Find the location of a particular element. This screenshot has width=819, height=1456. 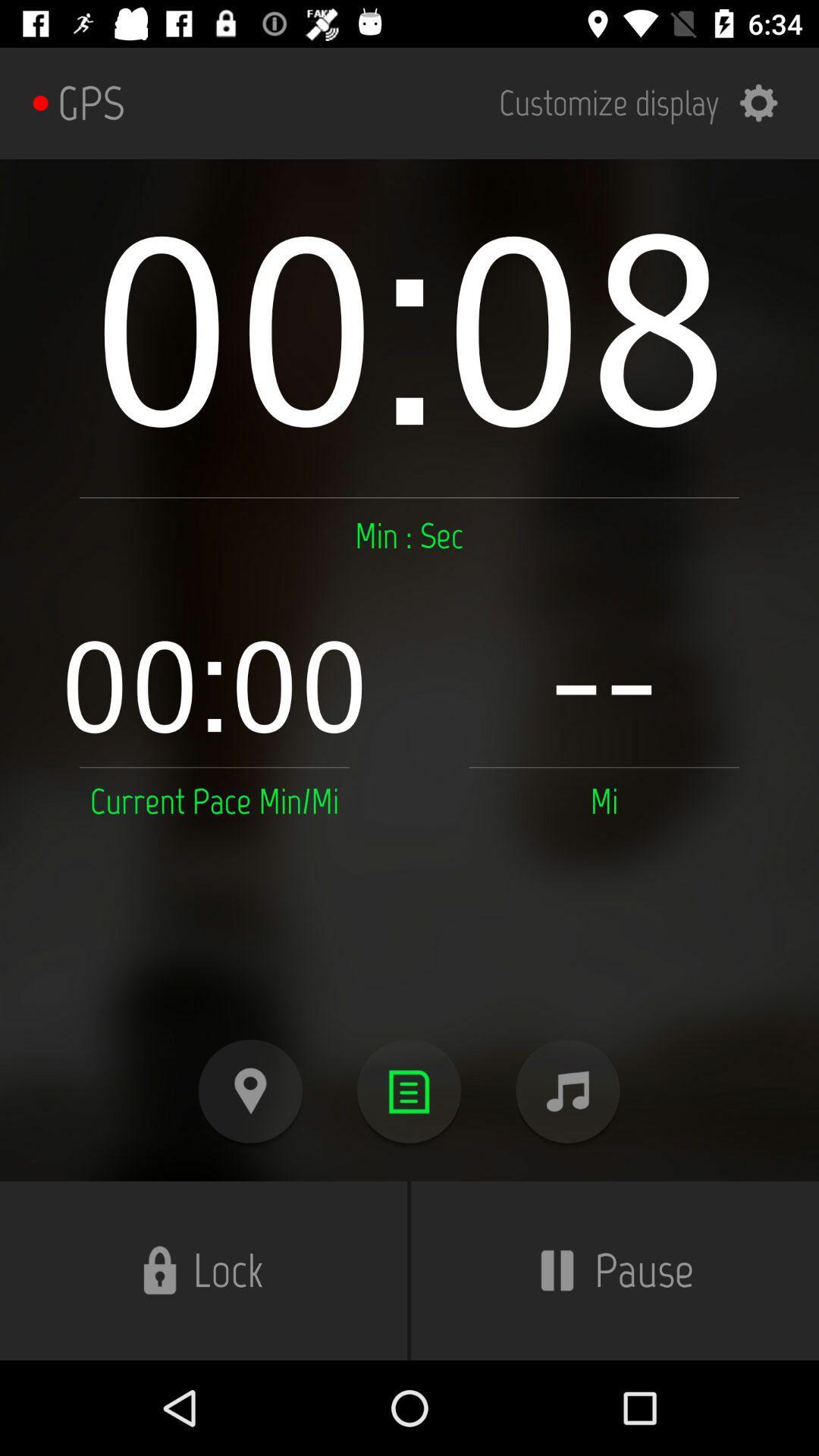

the music icon is located at coordinates (567, 1090).